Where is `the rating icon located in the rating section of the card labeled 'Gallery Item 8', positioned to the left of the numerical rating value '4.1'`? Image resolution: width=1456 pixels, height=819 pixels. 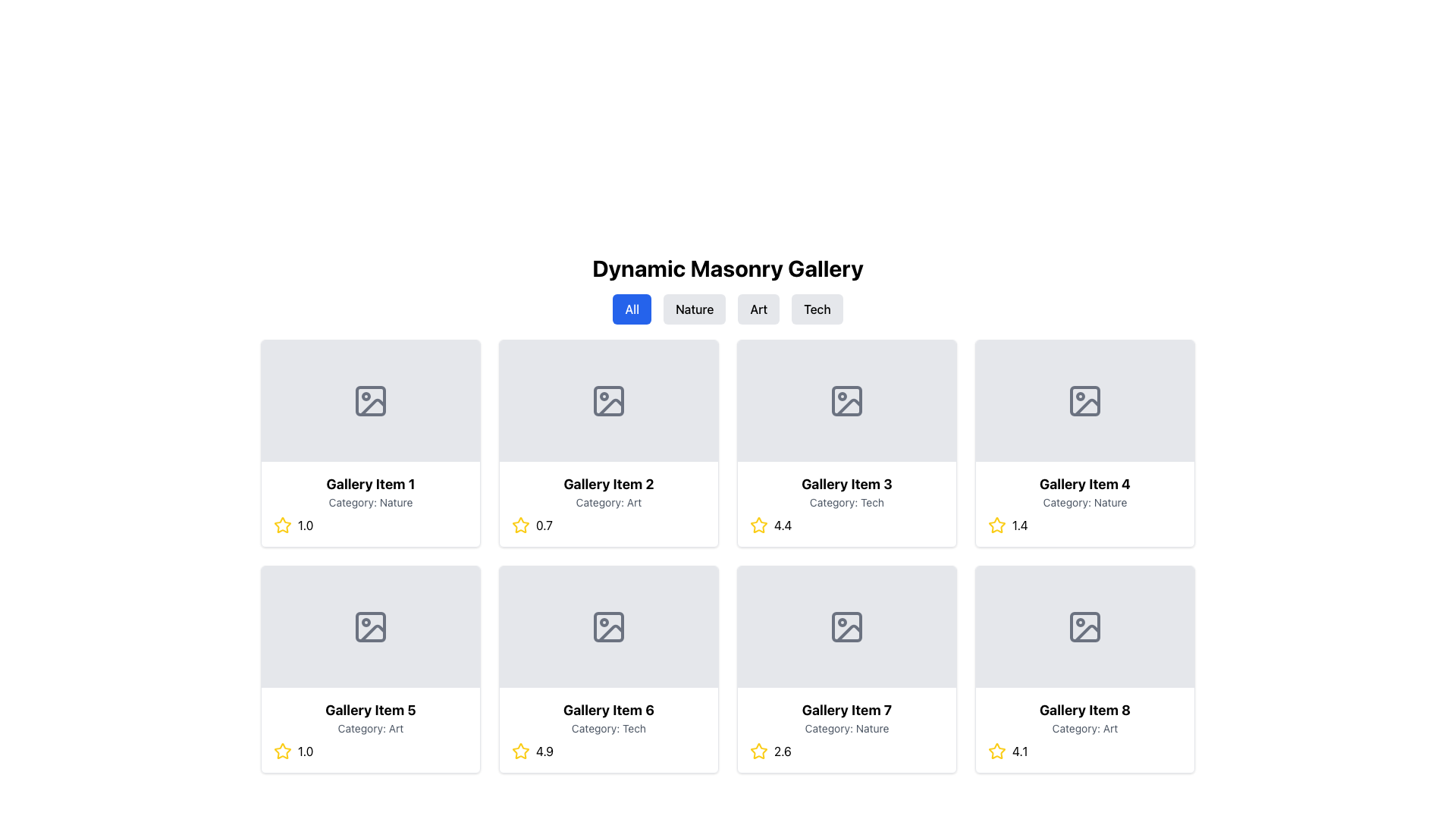 the rating icon located in the rating section of the card labeled 'Gallery Item 8', positioned to the left of the numerical rating value '4.1' is located at coordinates (997, 751).